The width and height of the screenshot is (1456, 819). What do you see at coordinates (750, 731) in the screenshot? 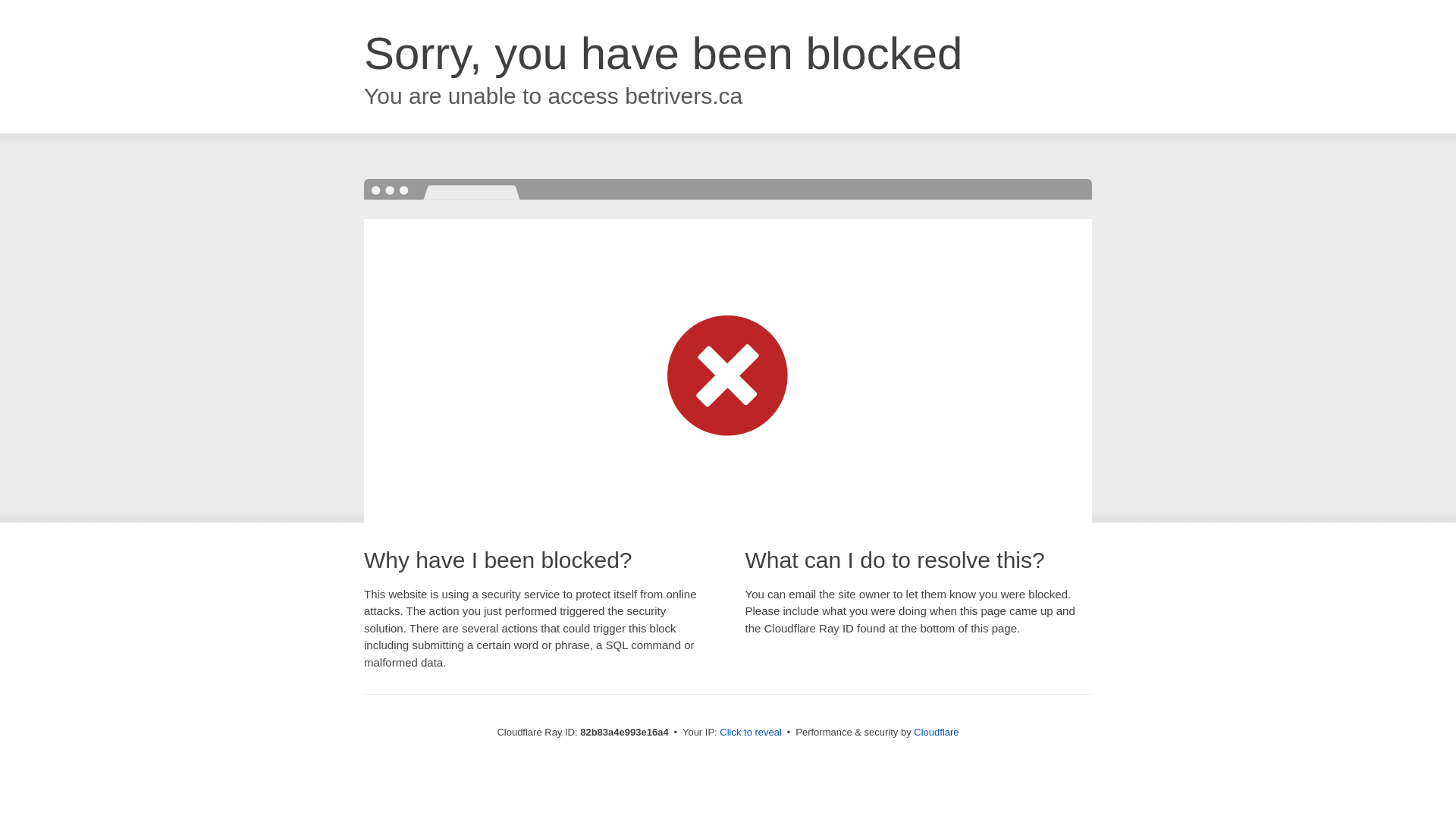
I see `'Click to reveal'` at bounding box center [750, 731].